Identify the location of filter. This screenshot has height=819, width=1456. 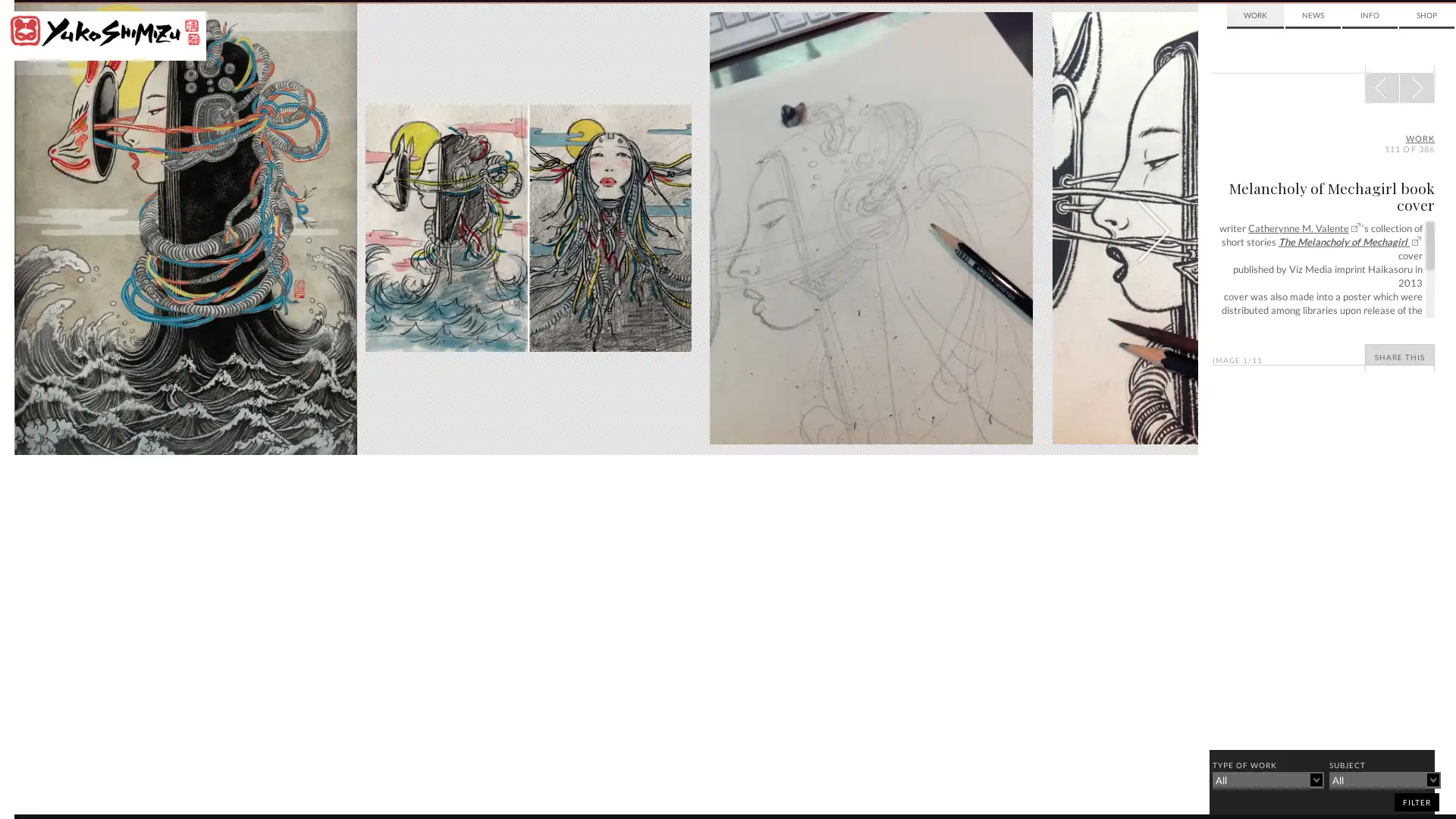
(1416, 800).